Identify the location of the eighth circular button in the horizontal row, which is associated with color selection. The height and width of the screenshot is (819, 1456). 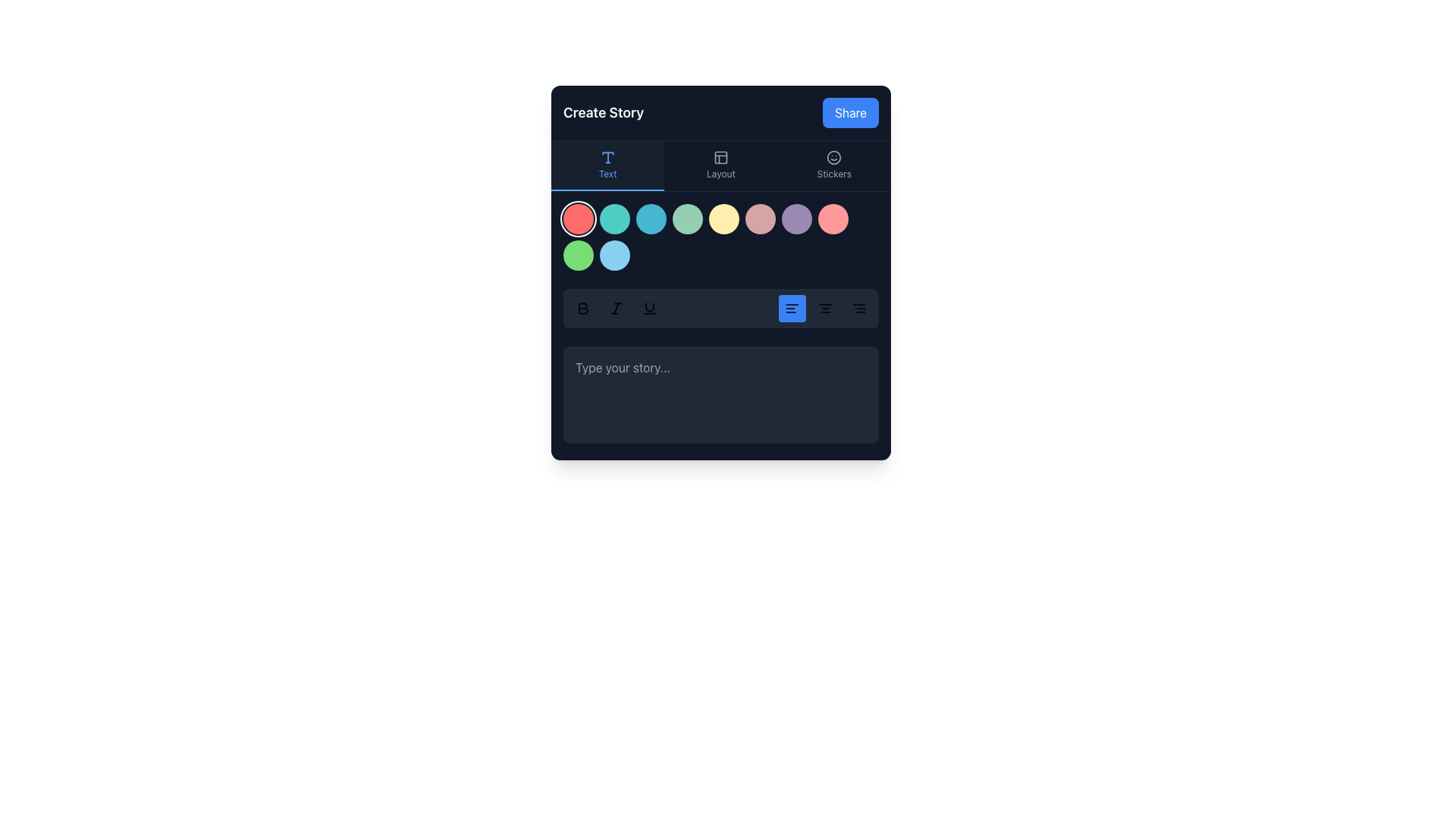
(833, 219).